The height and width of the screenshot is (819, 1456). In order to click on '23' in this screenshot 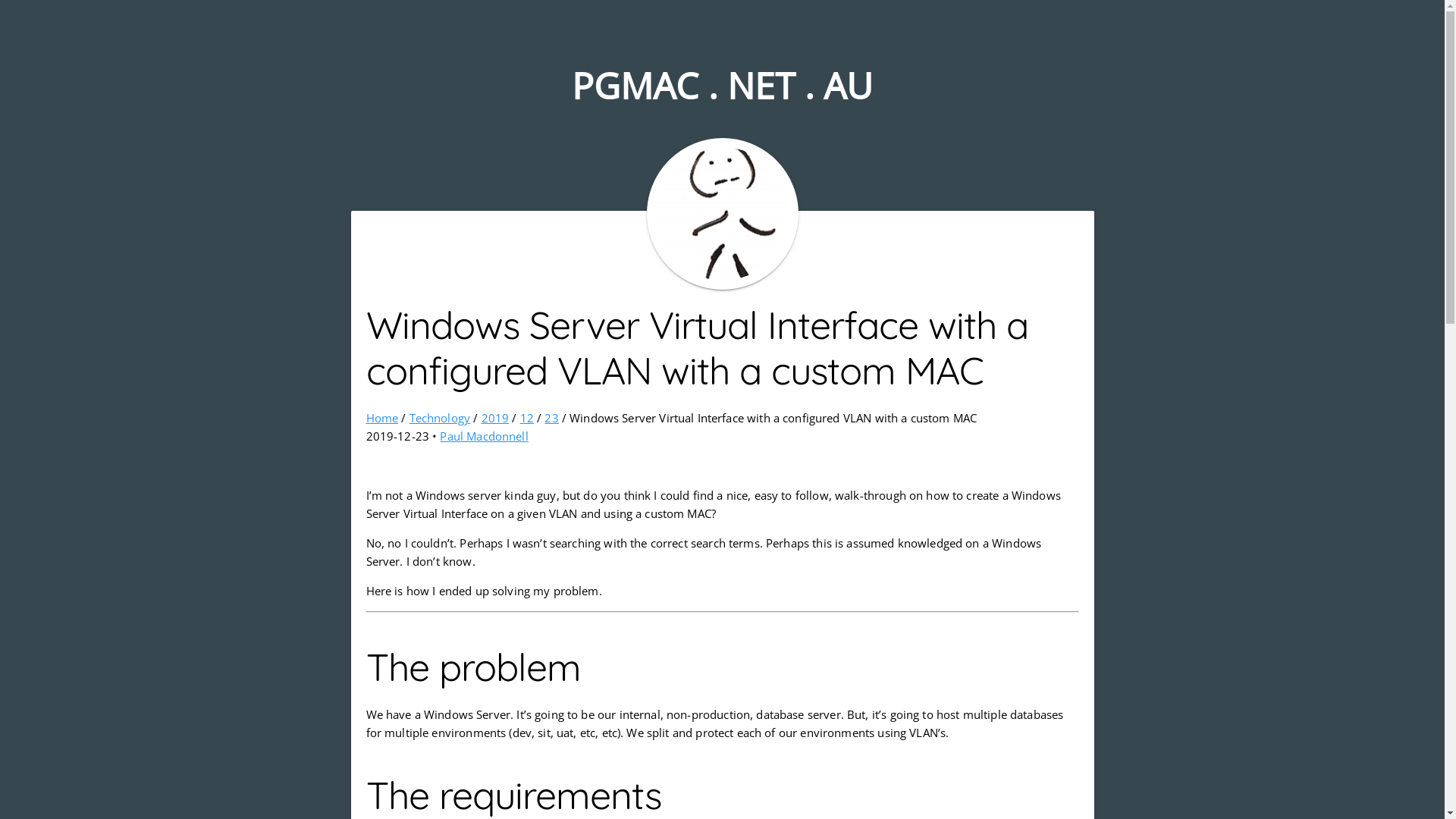, I will do `click(550, 418)`.